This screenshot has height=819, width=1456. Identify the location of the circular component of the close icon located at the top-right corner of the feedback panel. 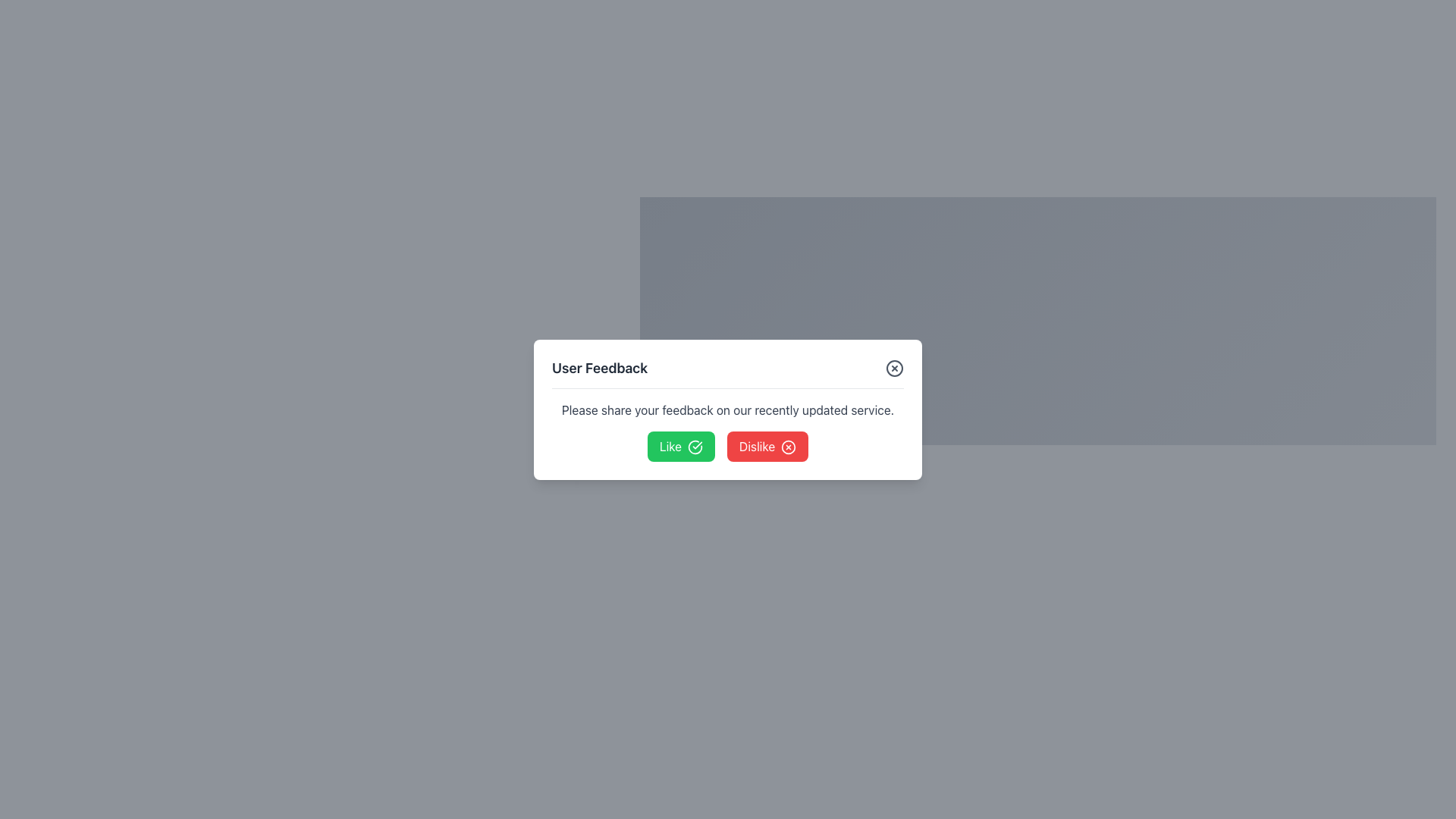
(789, 447).